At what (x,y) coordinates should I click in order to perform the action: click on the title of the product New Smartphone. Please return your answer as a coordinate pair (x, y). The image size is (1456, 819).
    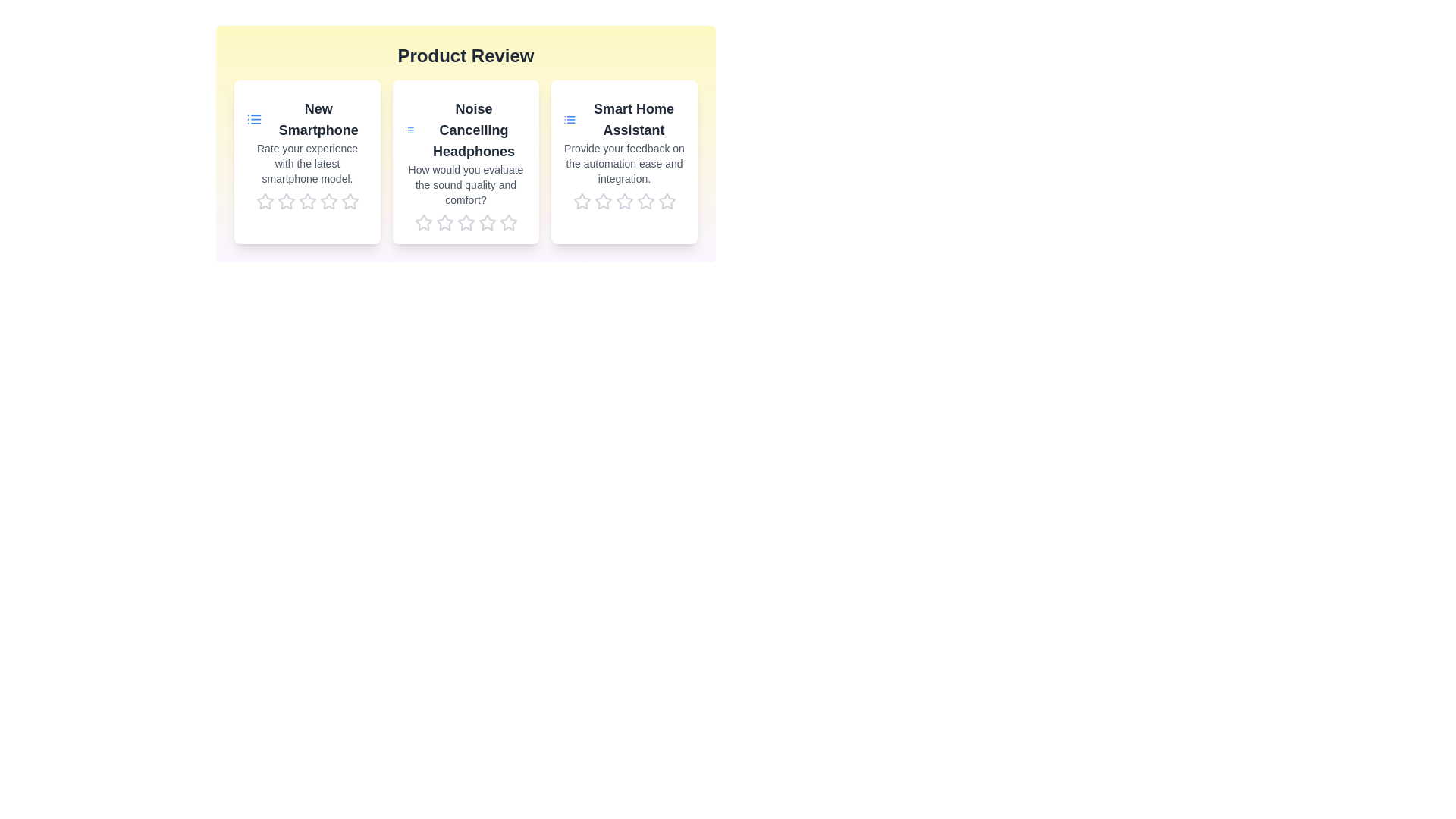
    Looking at the image, I should click on (306, 119).